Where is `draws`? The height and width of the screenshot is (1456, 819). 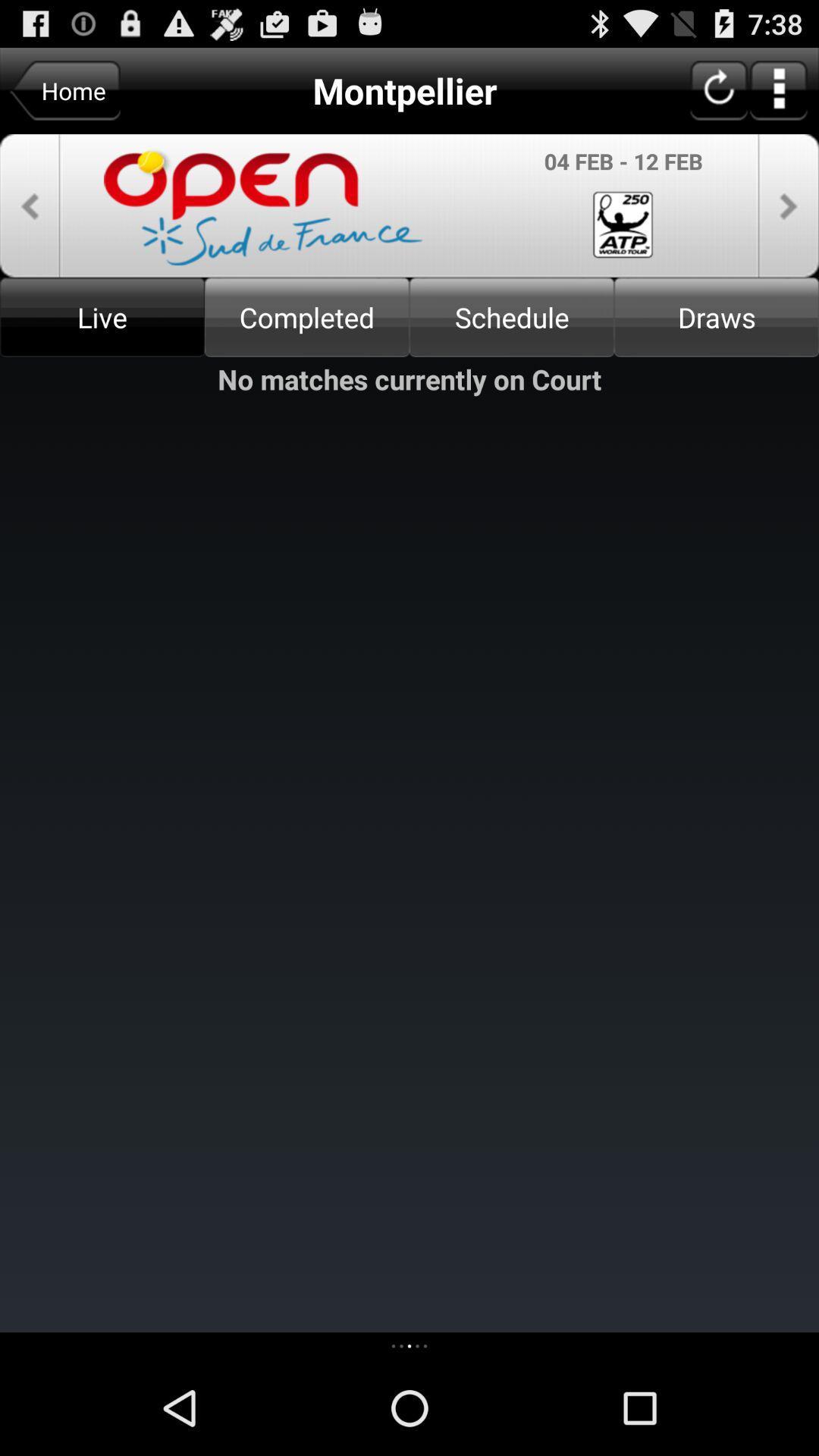
draws is located at coordinates (717, 316).